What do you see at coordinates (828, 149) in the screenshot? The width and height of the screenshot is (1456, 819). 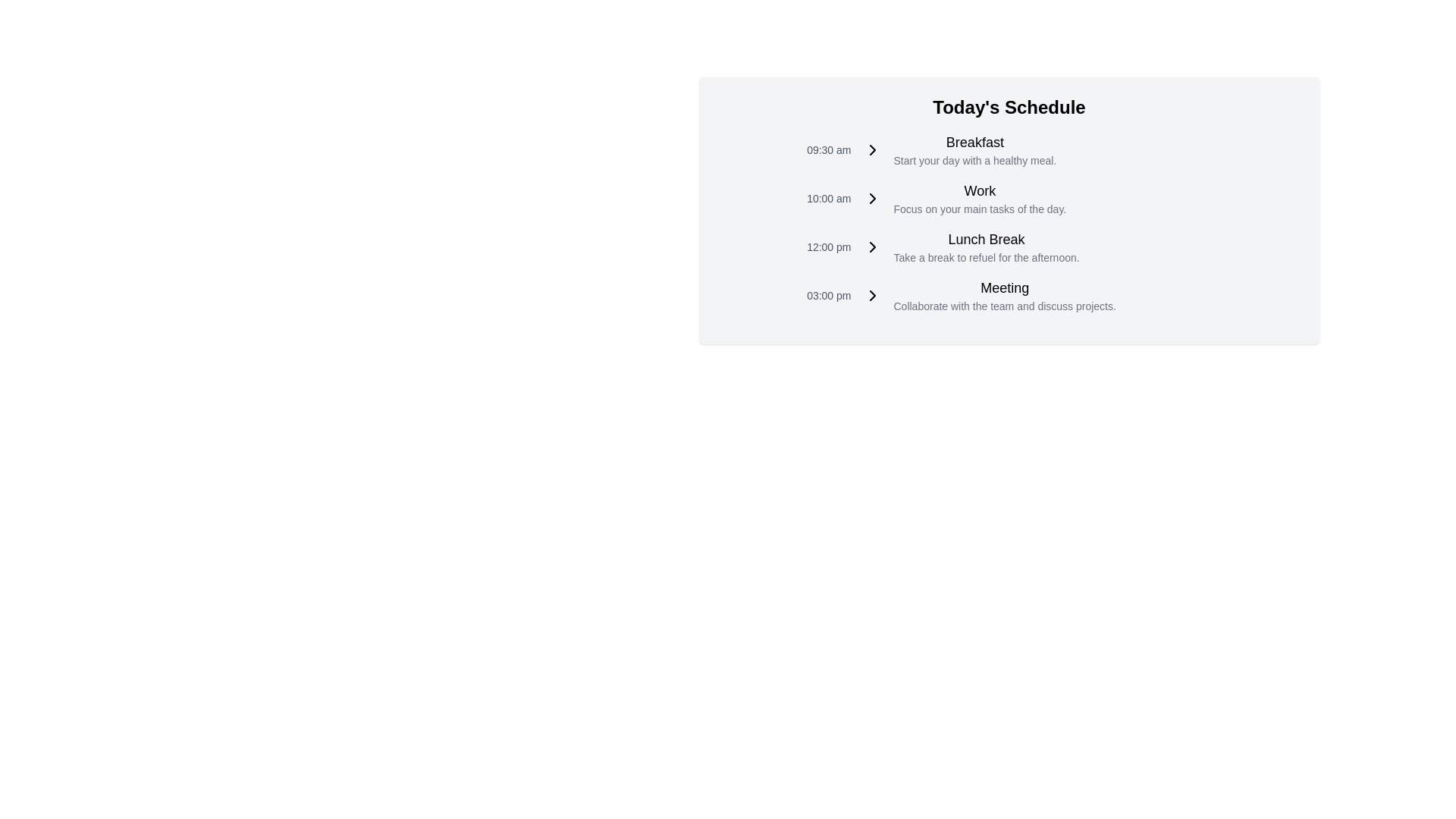 I see `the time display text label for the 'Breakfast' activity in the 'Today's Schedule' interface` at bounding box center [828, 149].